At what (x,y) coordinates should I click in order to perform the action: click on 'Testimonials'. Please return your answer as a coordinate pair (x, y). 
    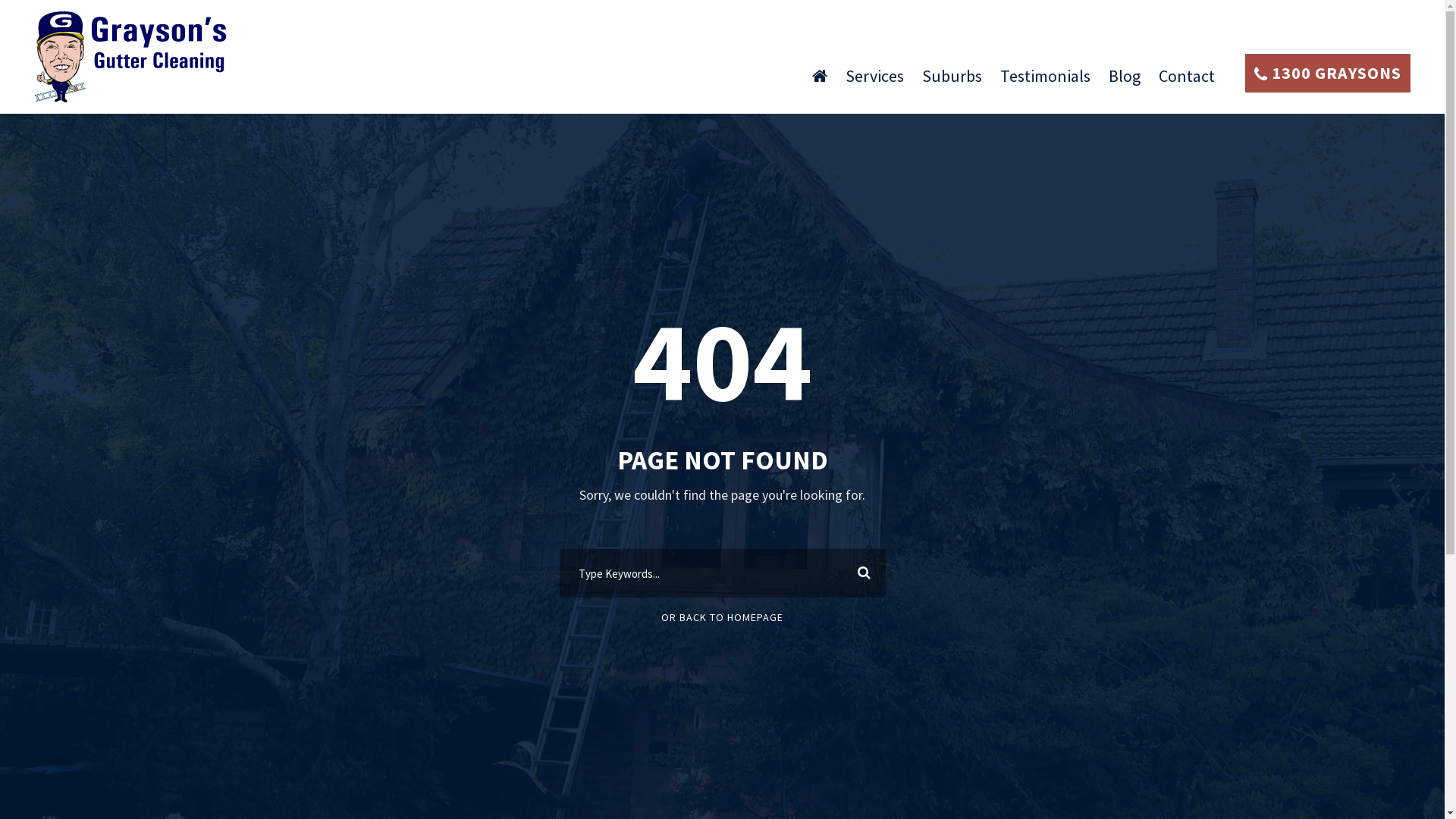
    Looking at the image, I should click on (1000, 82).